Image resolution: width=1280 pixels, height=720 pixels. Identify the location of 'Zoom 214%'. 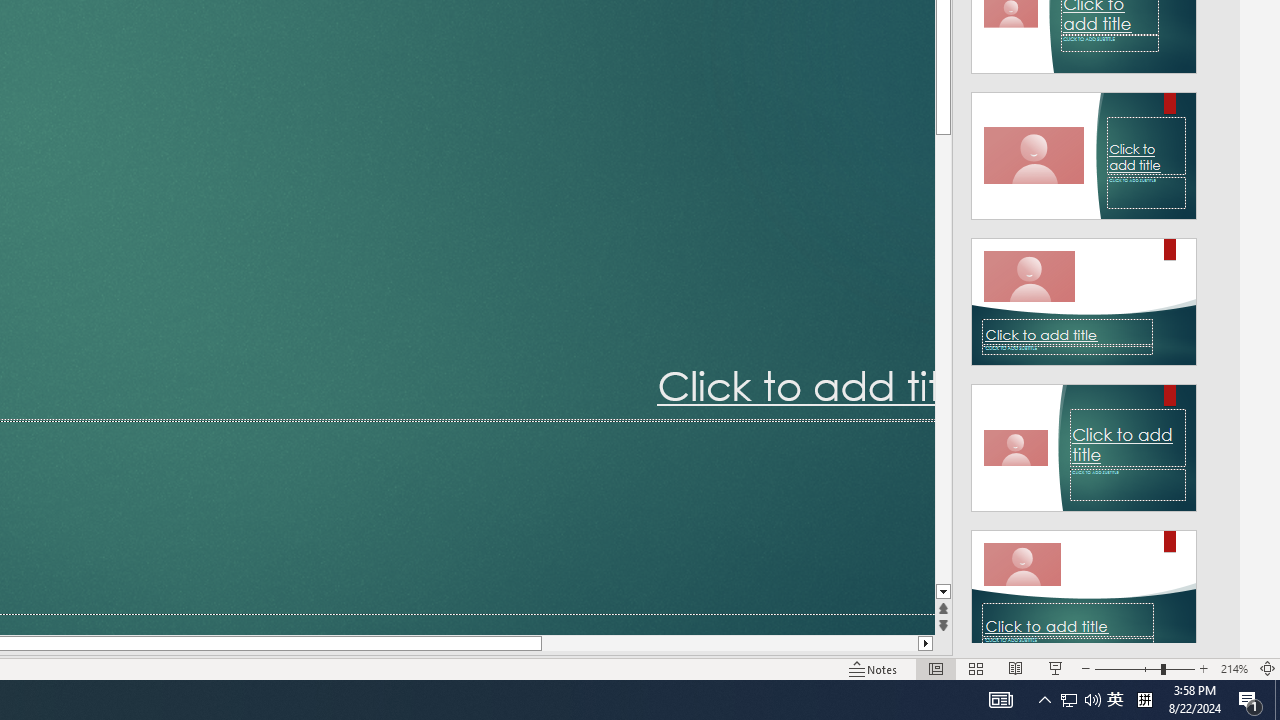
(1233, 669).